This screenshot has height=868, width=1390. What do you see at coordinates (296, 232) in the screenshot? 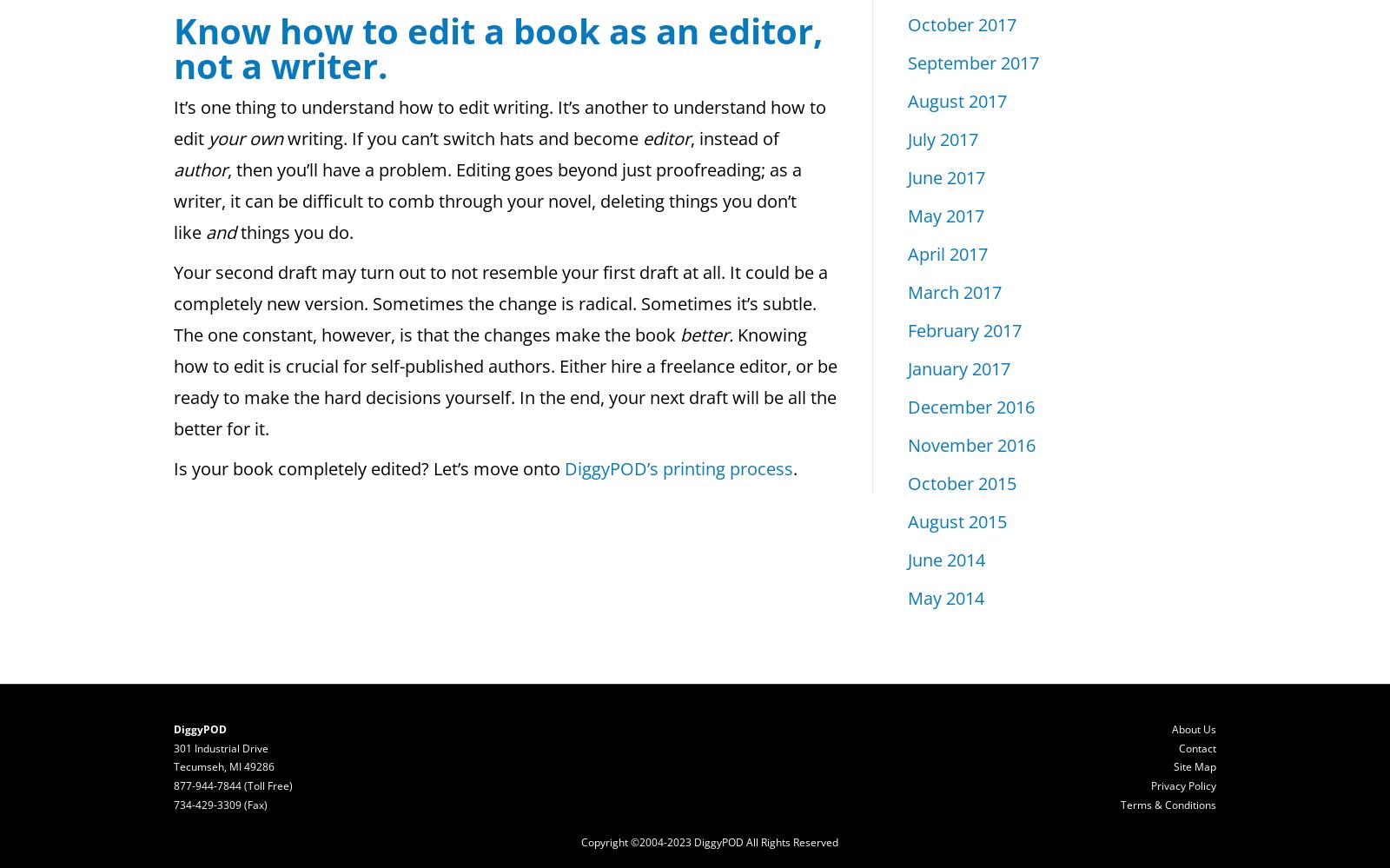
I see `'things you do.'` at bounding box center [296, 232].